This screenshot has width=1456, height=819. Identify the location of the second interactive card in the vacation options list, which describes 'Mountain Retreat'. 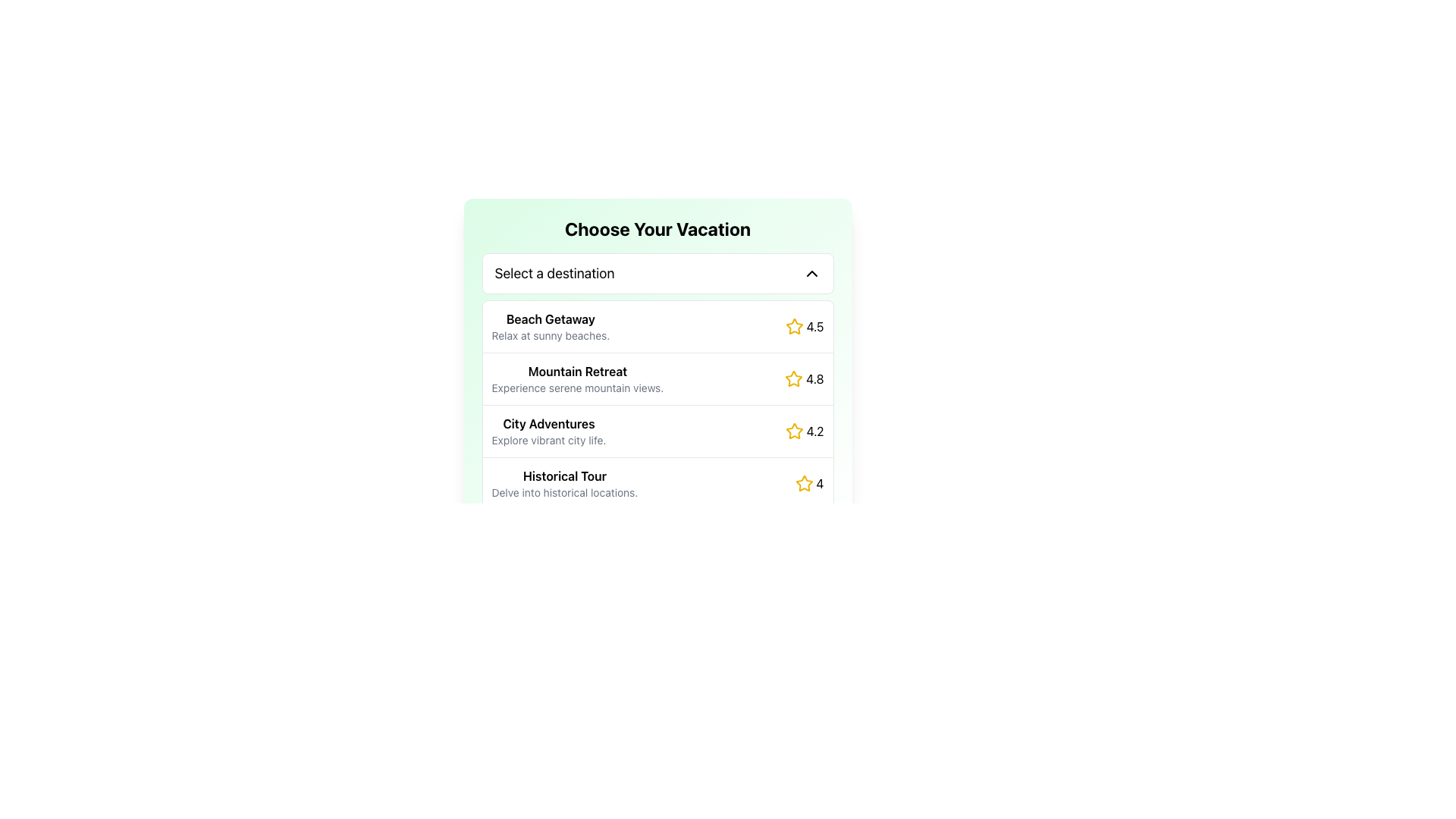
(657, 363).